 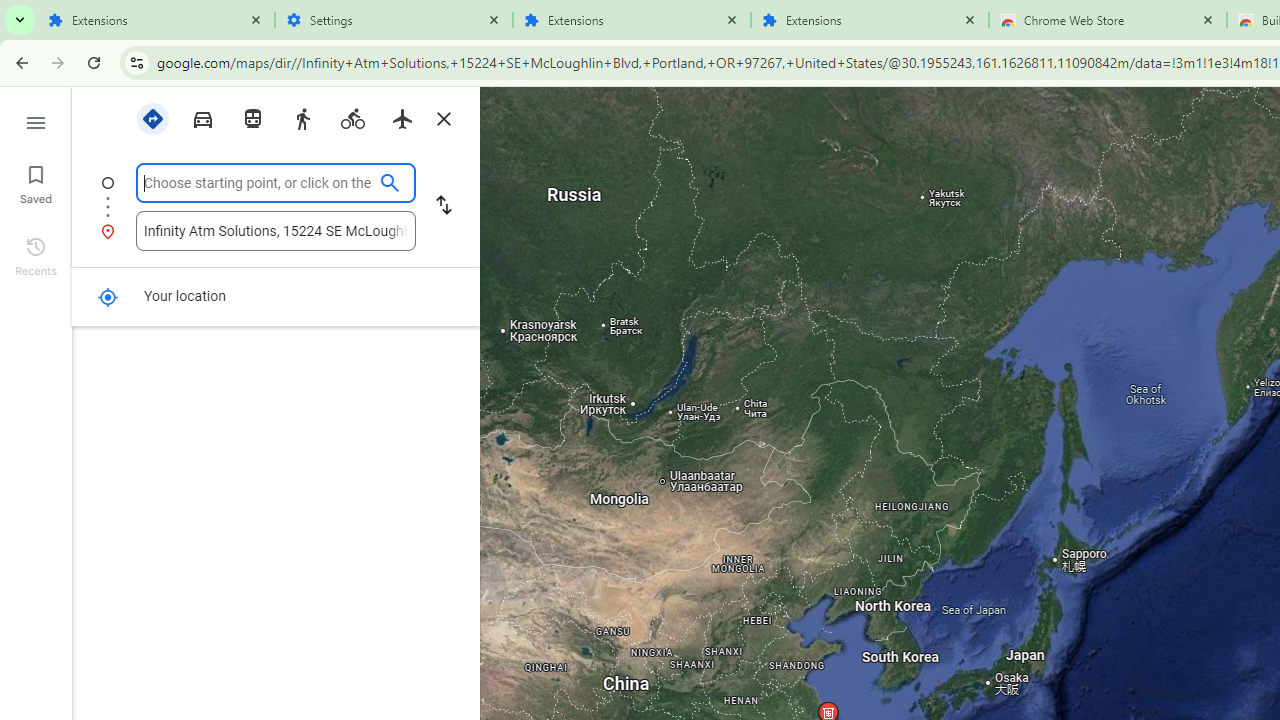 What do you see at coordinates (202, 119) in the screenshot?
I see `'Driving'` at bounding box center [202, 119].